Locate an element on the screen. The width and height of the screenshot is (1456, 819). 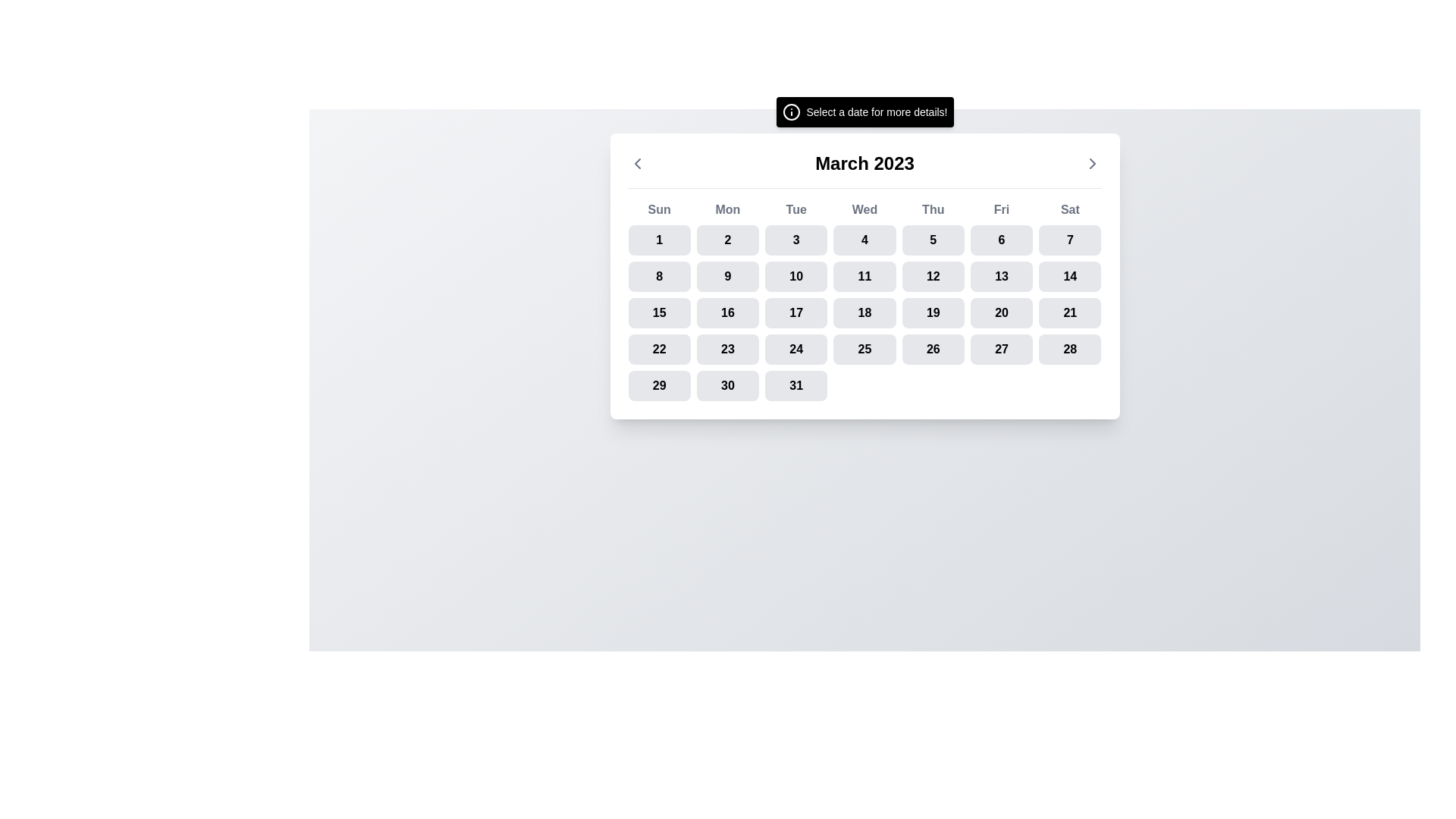
the button displaying the number '21' in bold black font, located in the sixth row and seventh column of the calendar layout is located at coordinates (1069, 312).